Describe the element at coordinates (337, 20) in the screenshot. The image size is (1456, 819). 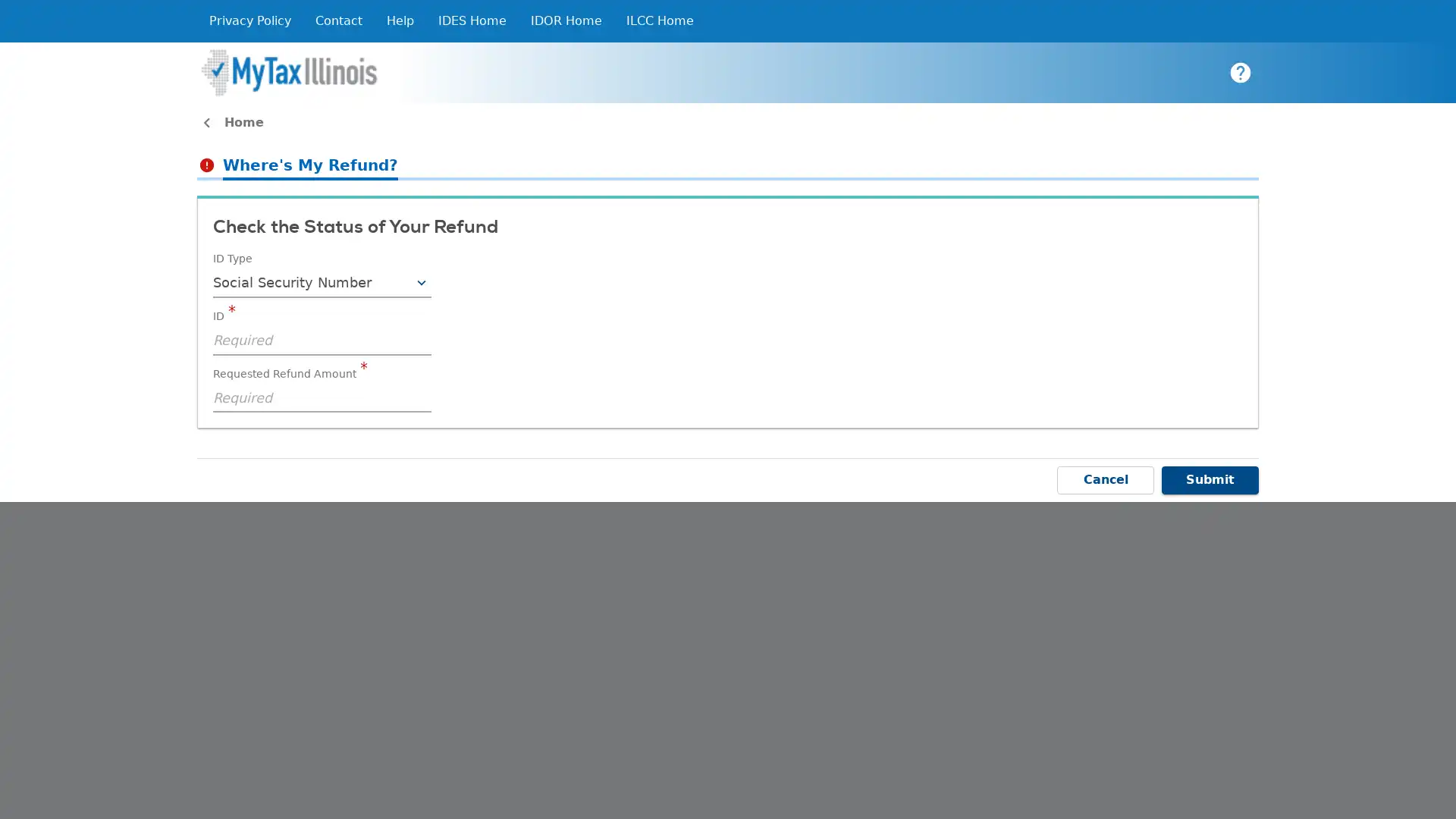
I see `Contact` at that location.